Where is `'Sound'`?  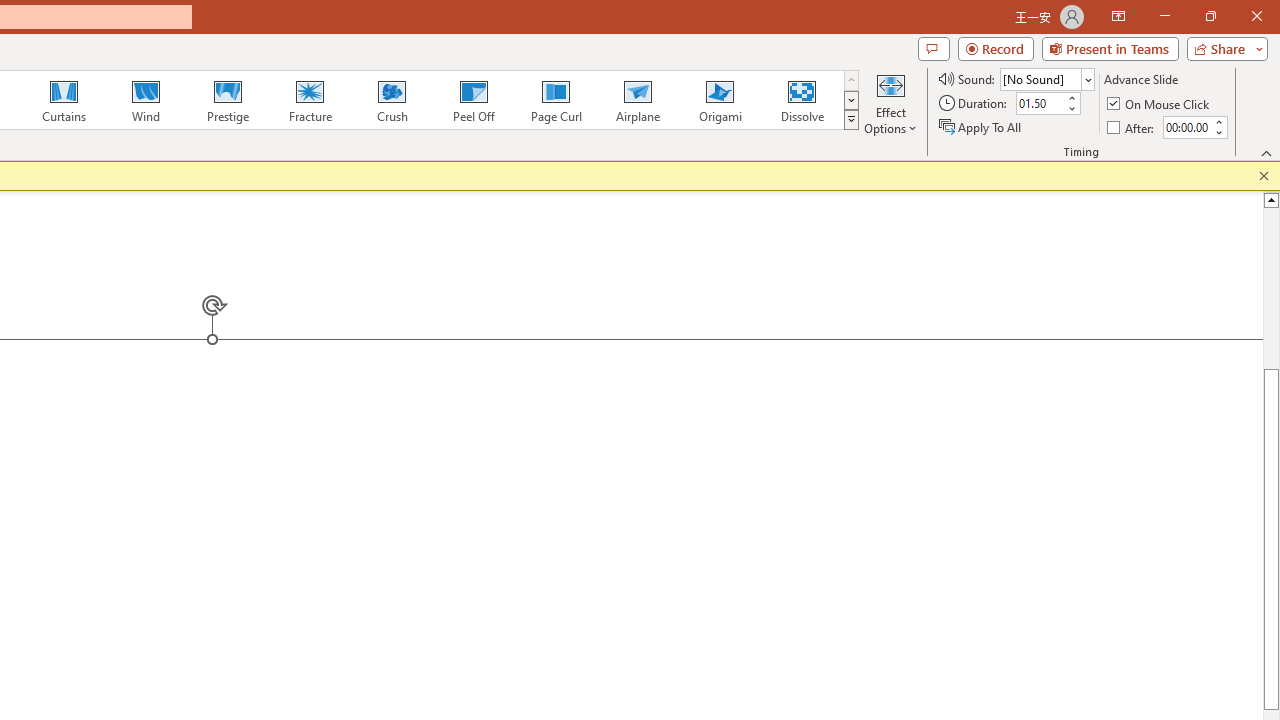
'Sound' is located at coordinates (1046, 78).